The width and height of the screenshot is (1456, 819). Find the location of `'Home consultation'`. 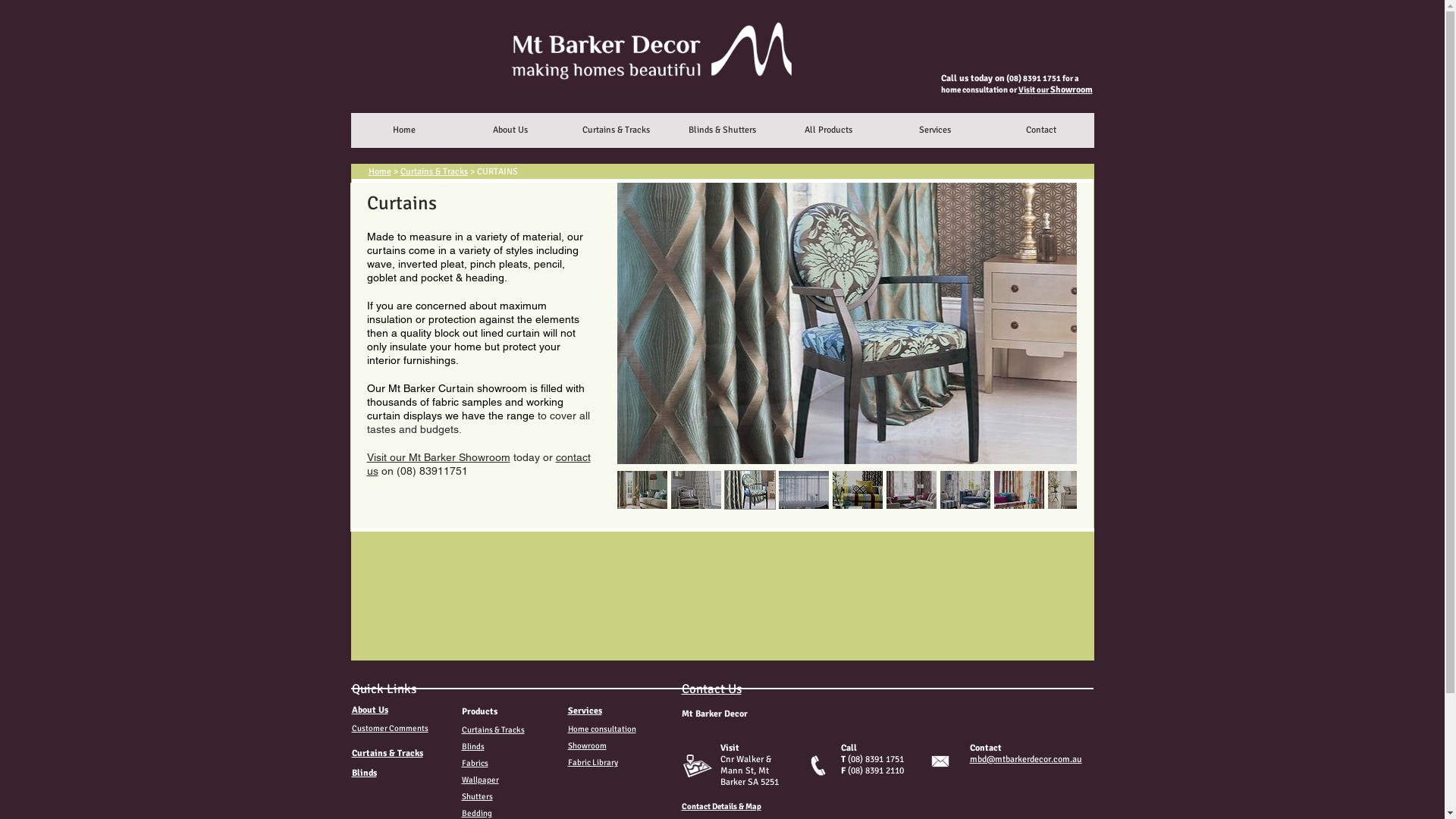

'Home consultation' is located at coordinates (600, 728).